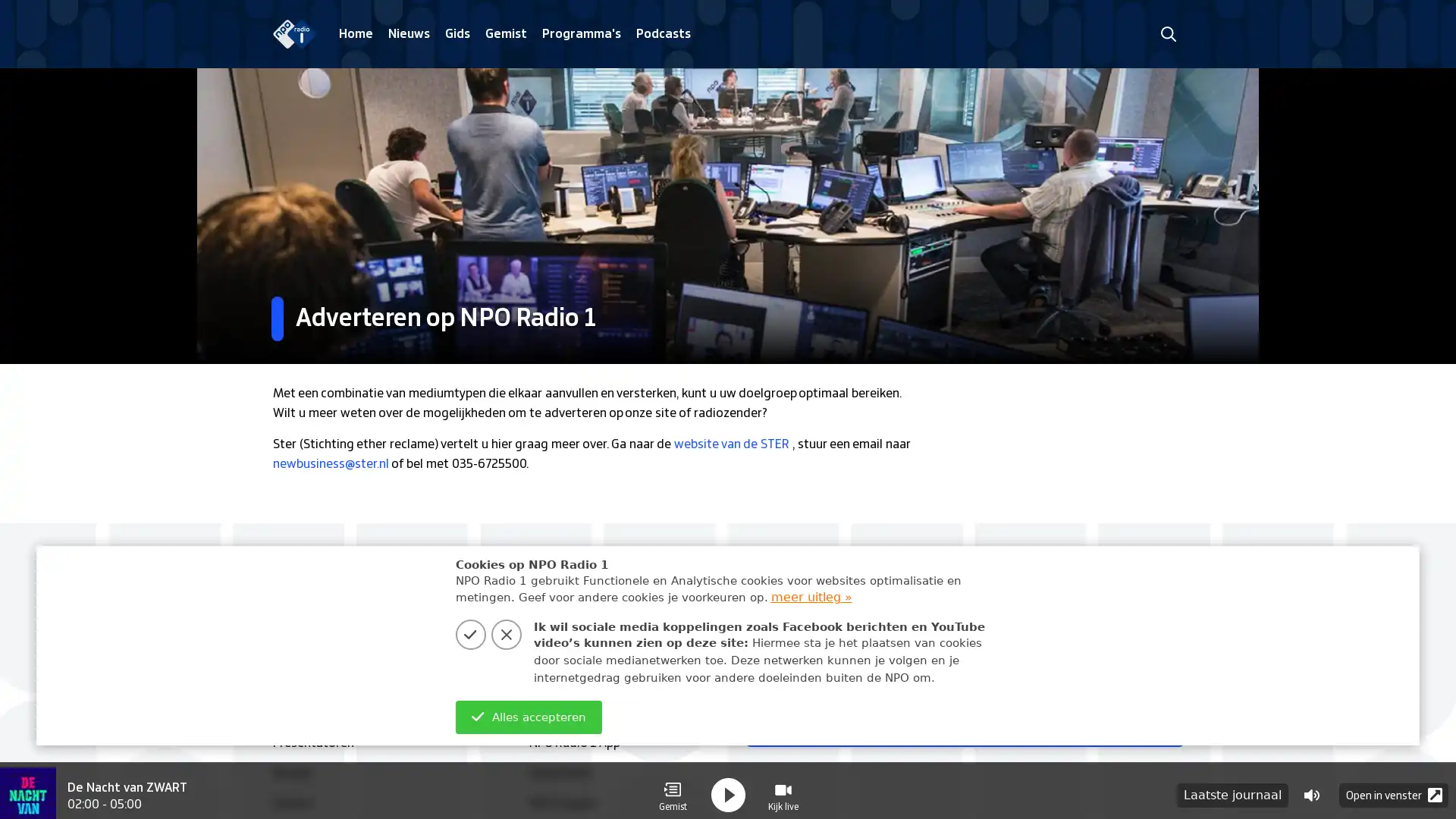 This screenshot has height=819, width=1456. What do you see at coordinates (728, 786) in the screenshot?
I see `play` at bounding box center [728, 786].